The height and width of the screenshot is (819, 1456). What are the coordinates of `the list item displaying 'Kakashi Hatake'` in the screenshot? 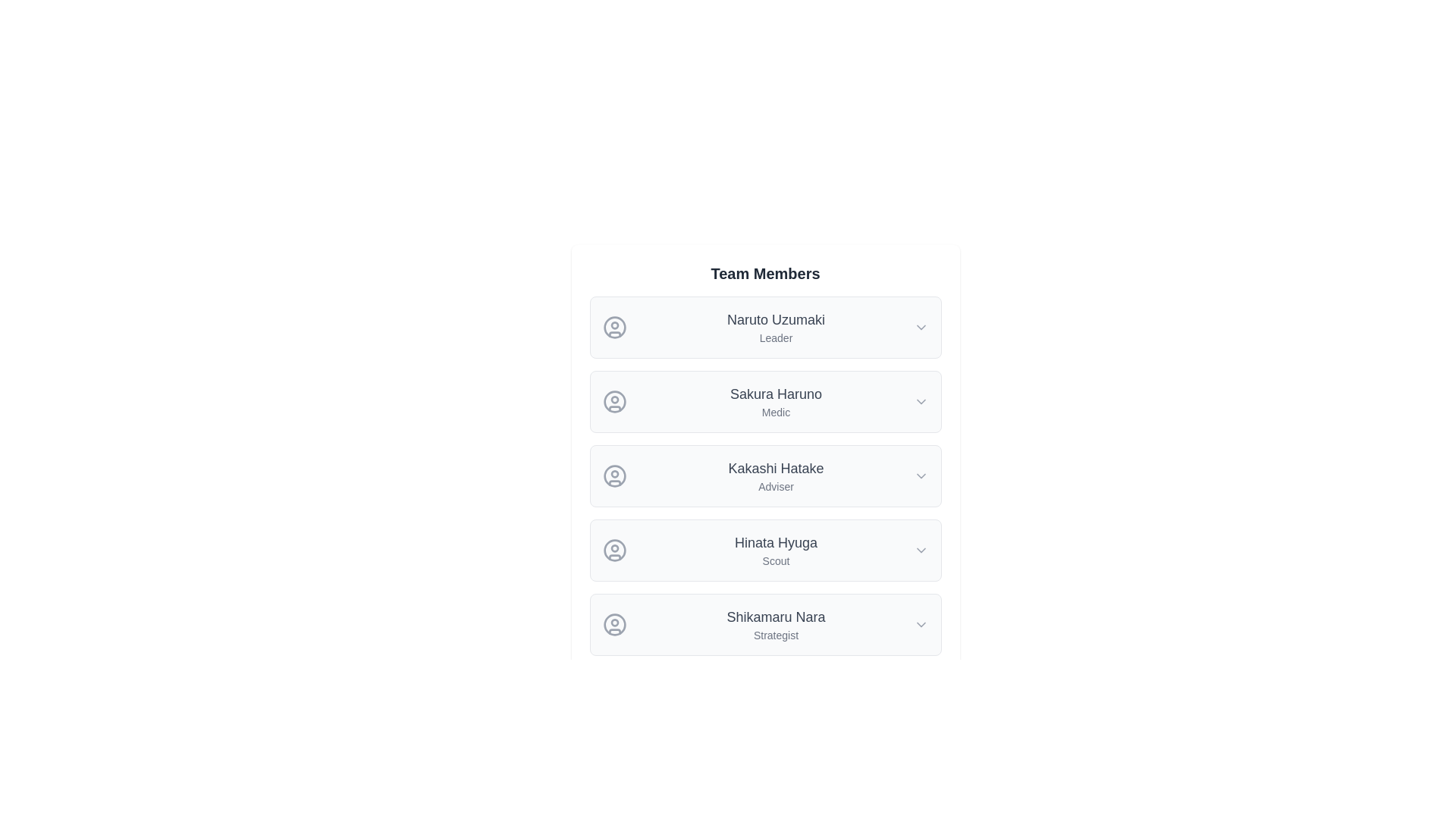 It's located at (765, 475).